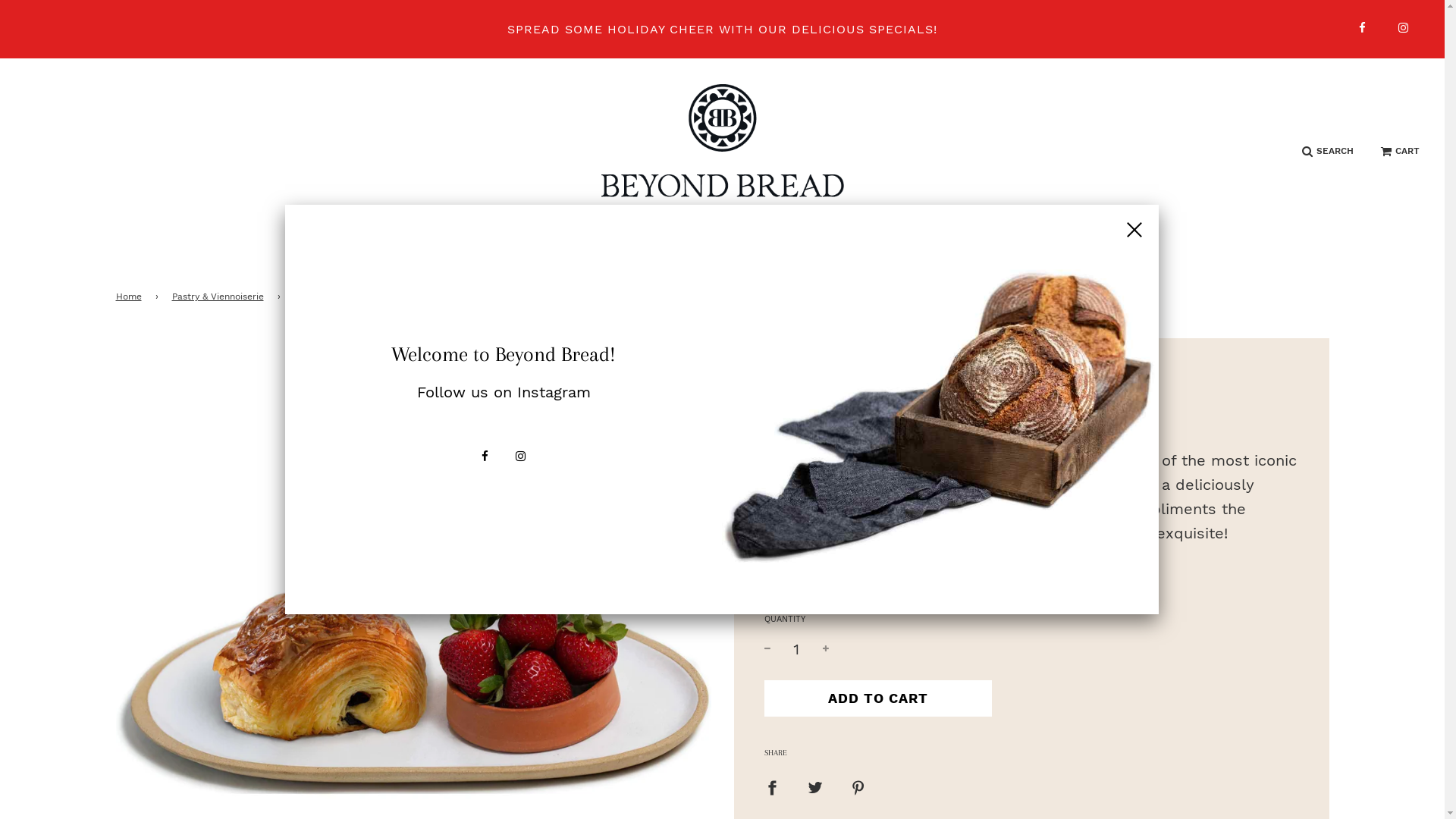 This screenshot has height=819, width=1456. What do you see at coordinates (1399, 151) in the screenshot?
I see `'CART'` at bounding box center [1399, 151].